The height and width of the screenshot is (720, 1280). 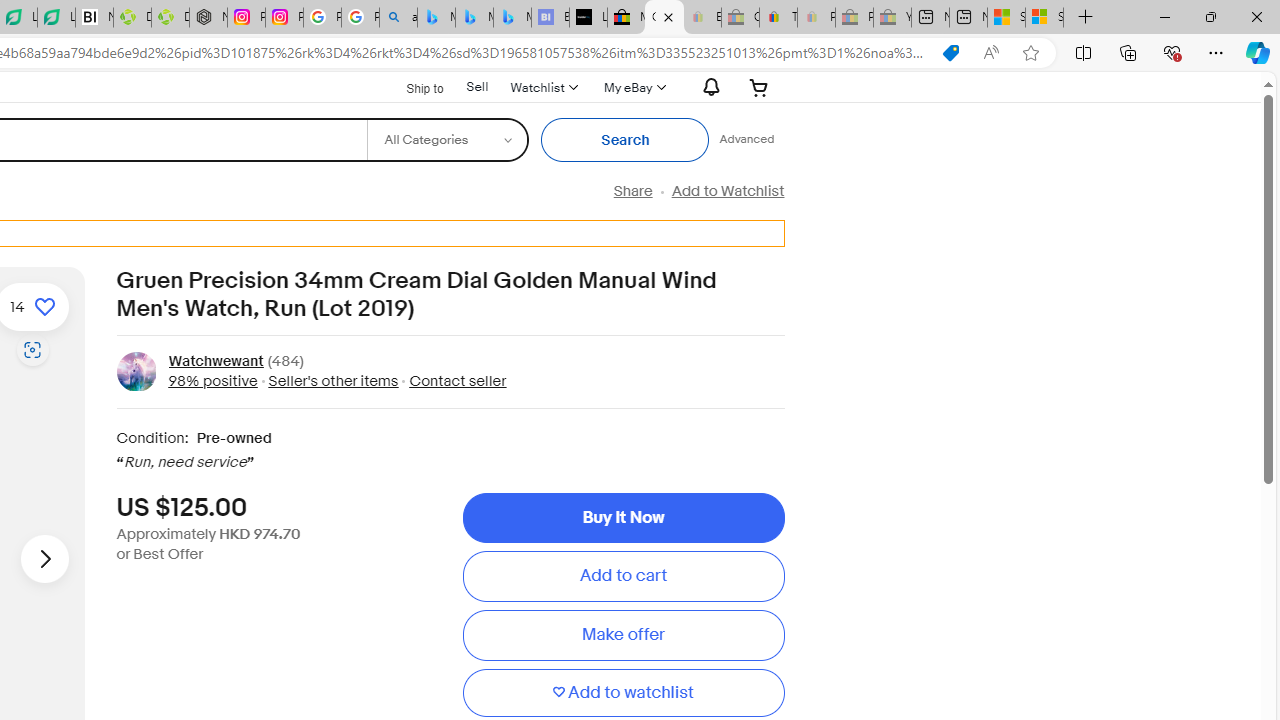 I want to click on '  Contact seller', so click(x=451, y=380).